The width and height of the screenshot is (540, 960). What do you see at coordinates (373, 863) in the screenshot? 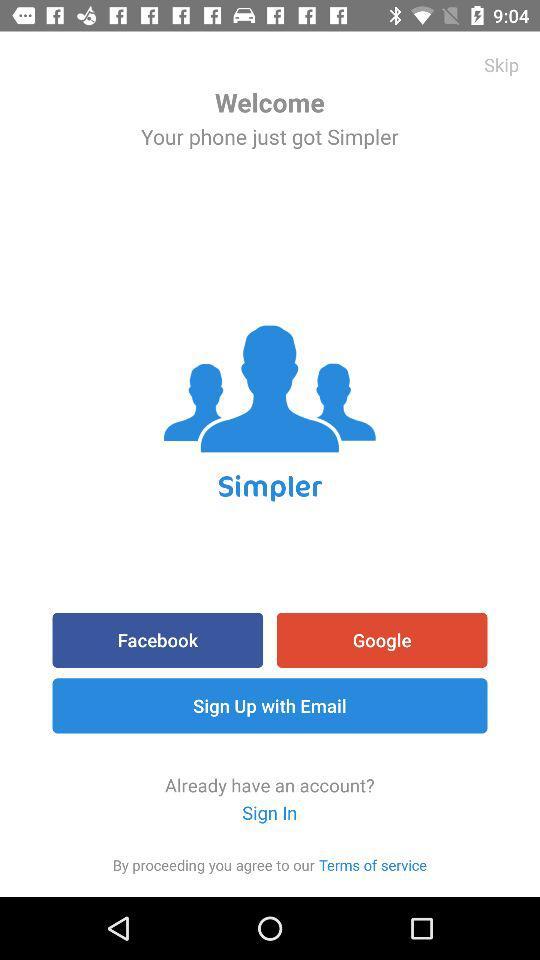
I see `icon below already have an` at bounding box center [373, 863].